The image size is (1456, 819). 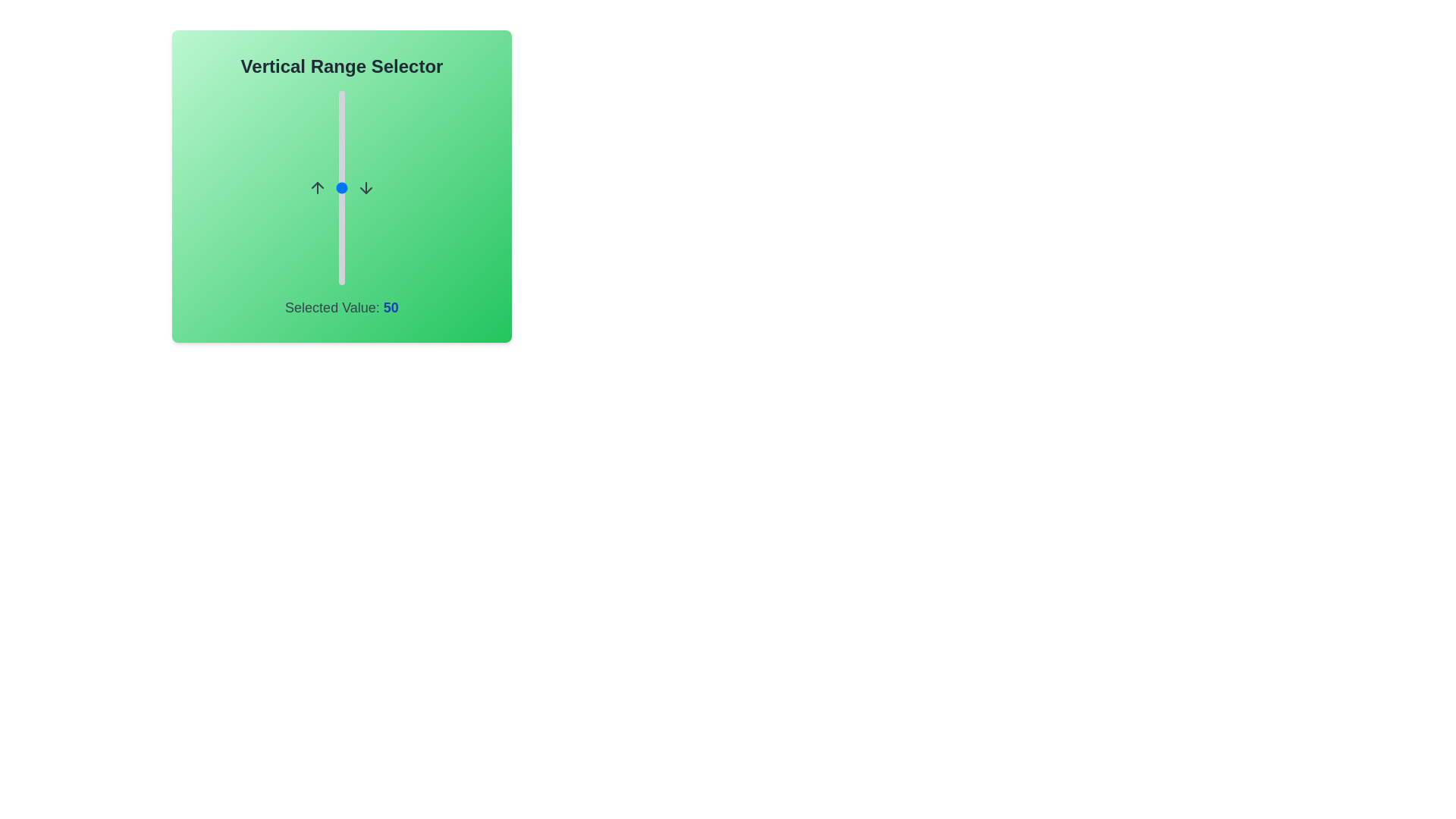 What do you see at coordinates (366, 187) in the screenshot?
I see `the down arrow icon to adjust the range value` at bounding box center [366, 187].